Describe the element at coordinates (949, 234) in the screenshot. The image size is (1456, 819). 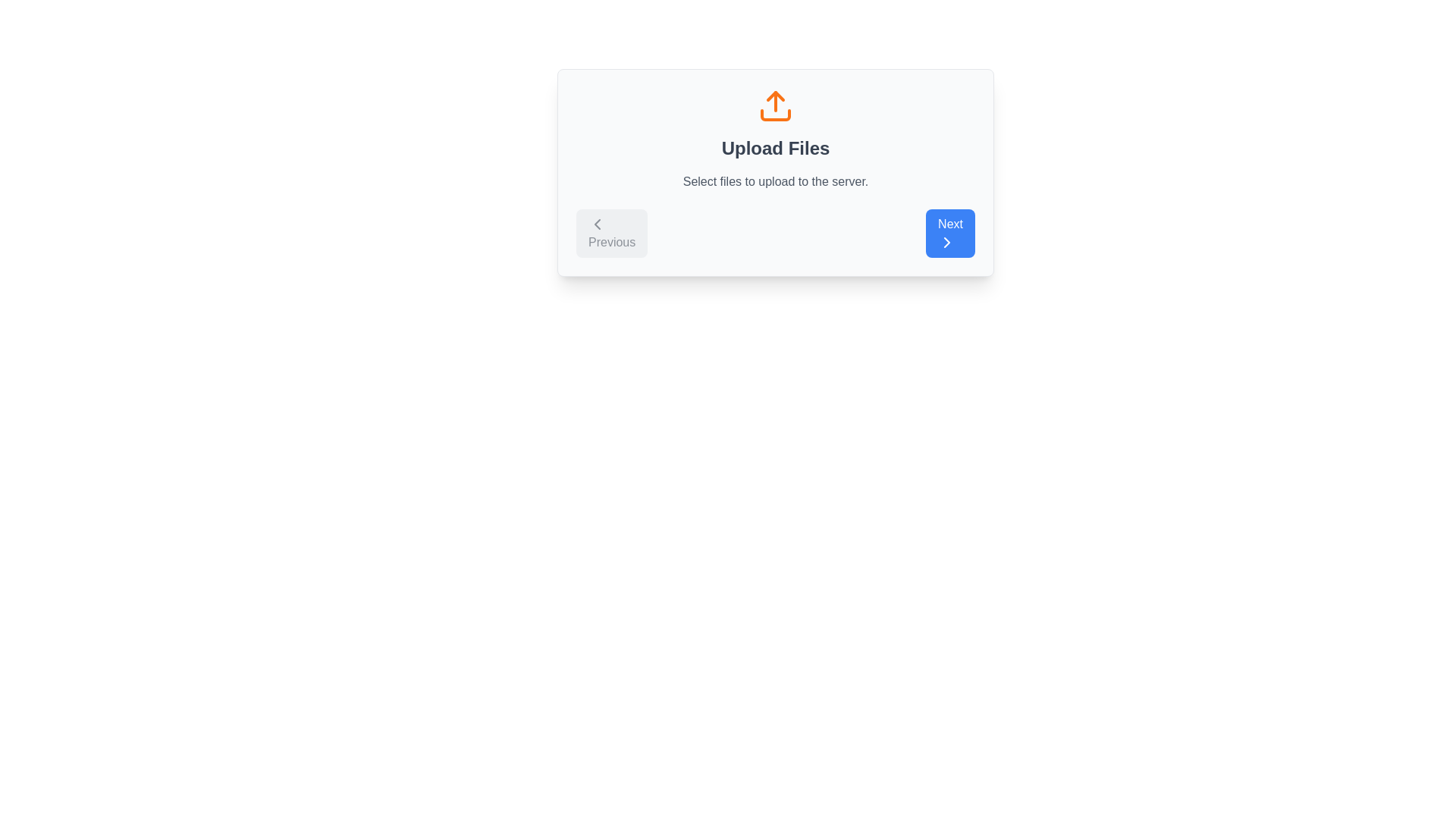
I see `the blue button labeled 'Next' with rounded corners to observe any interactive changes` at that location.